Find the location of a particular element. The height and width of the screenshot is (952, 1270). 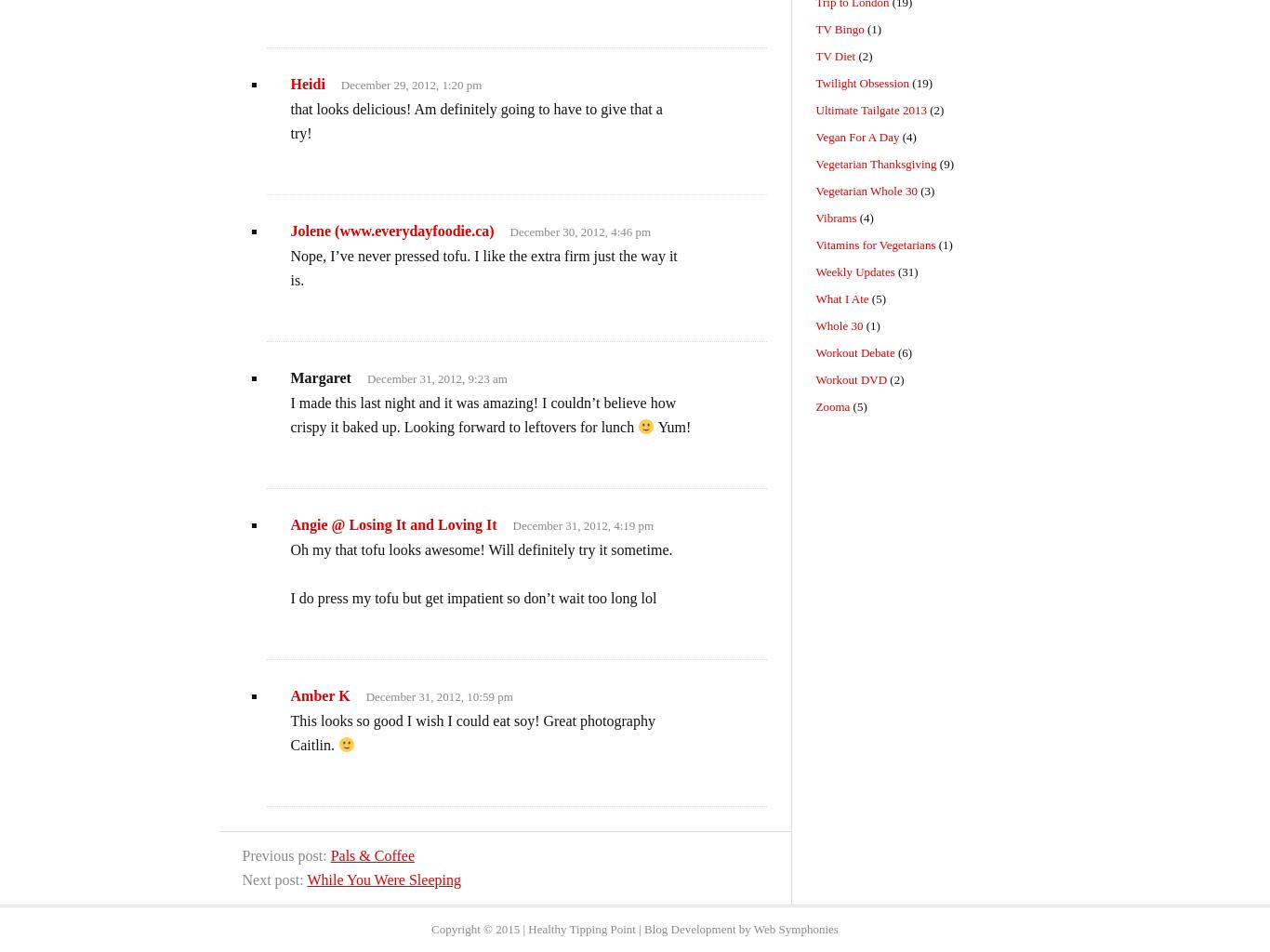

'December 31, 2012, 9:23 am' is located at coordinates (436, 377).